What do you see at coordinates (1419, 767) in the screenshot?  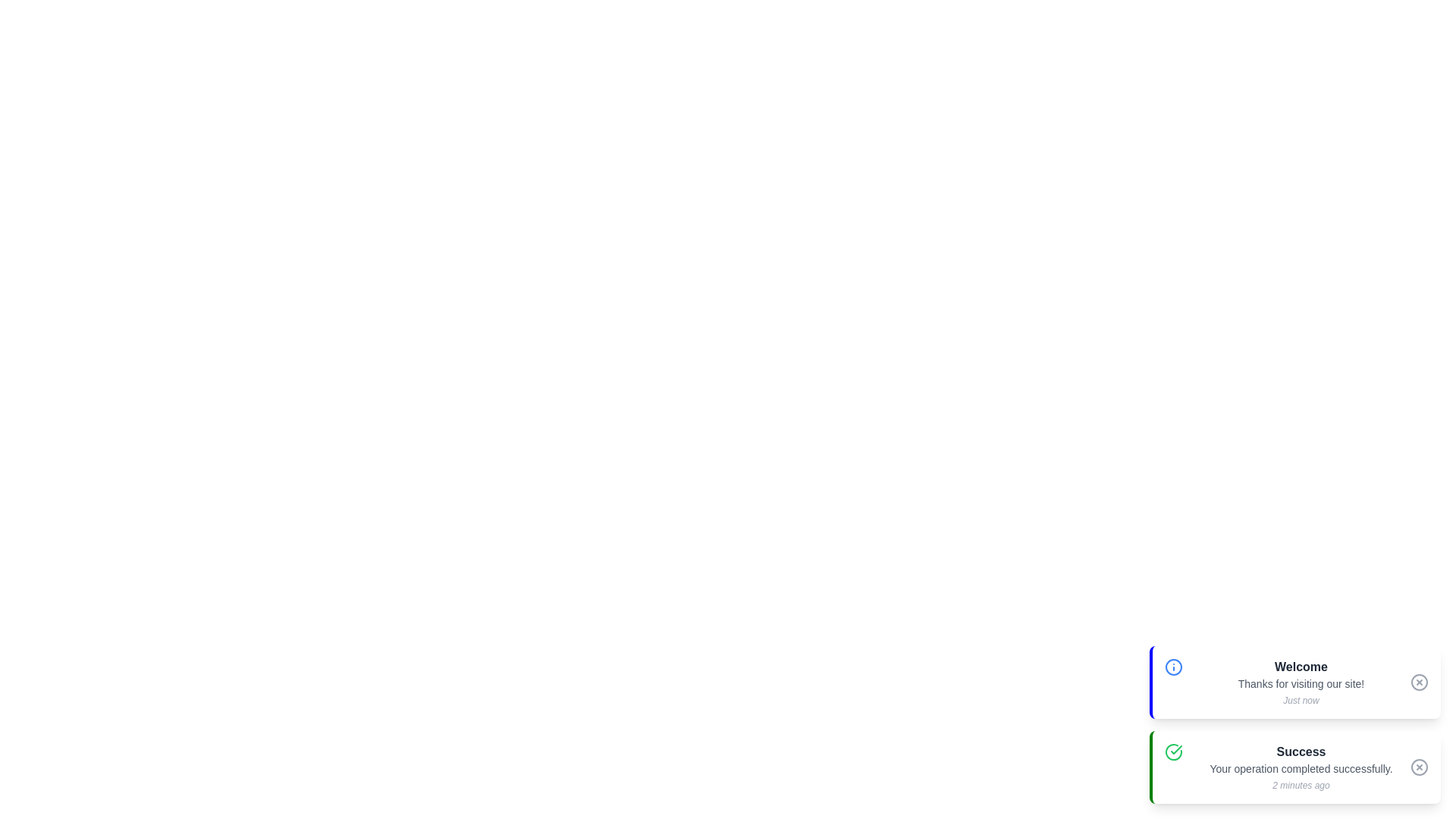 I see `close button of the message with the title Success` at bounding box center [1419, 767].